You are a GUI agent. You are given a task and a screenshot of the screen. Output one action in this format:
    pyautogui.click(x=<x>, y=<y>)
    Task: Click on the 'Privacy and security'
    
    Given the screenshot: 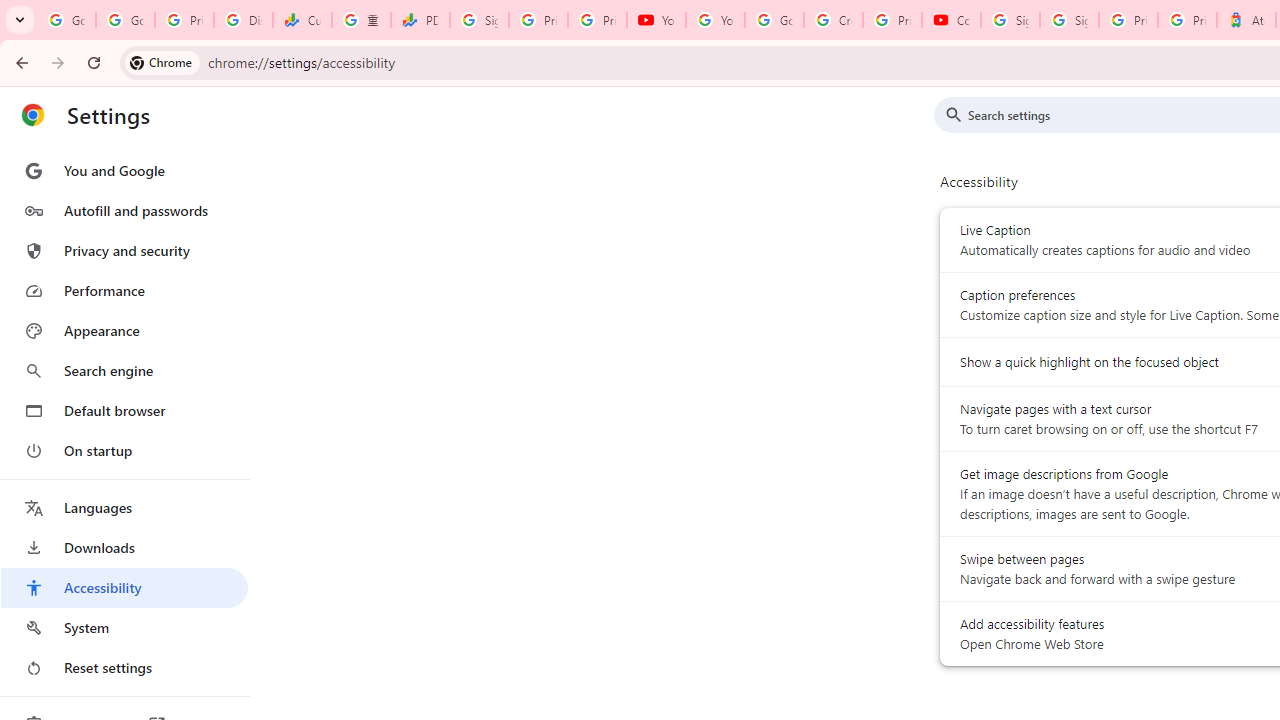 What is the action you would take?
    pyautogui.click(x=123, y=249)
    